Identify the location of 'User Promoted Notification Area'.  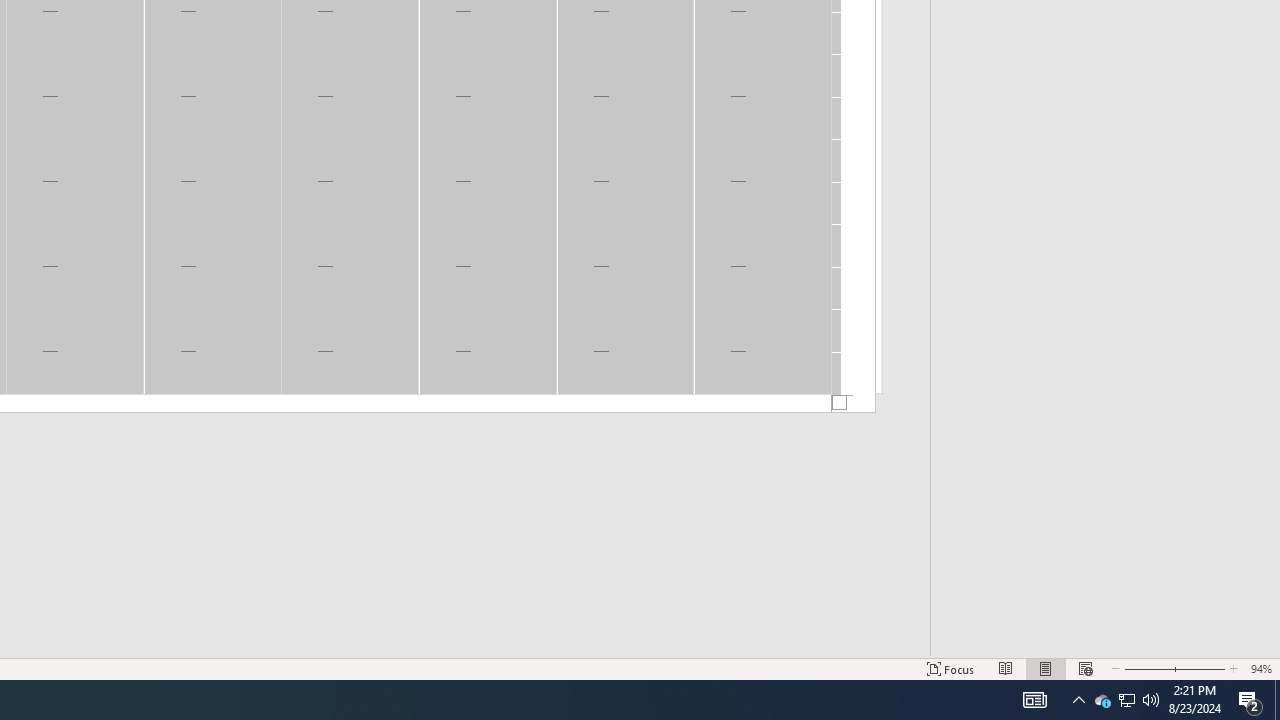
(1151, 698).